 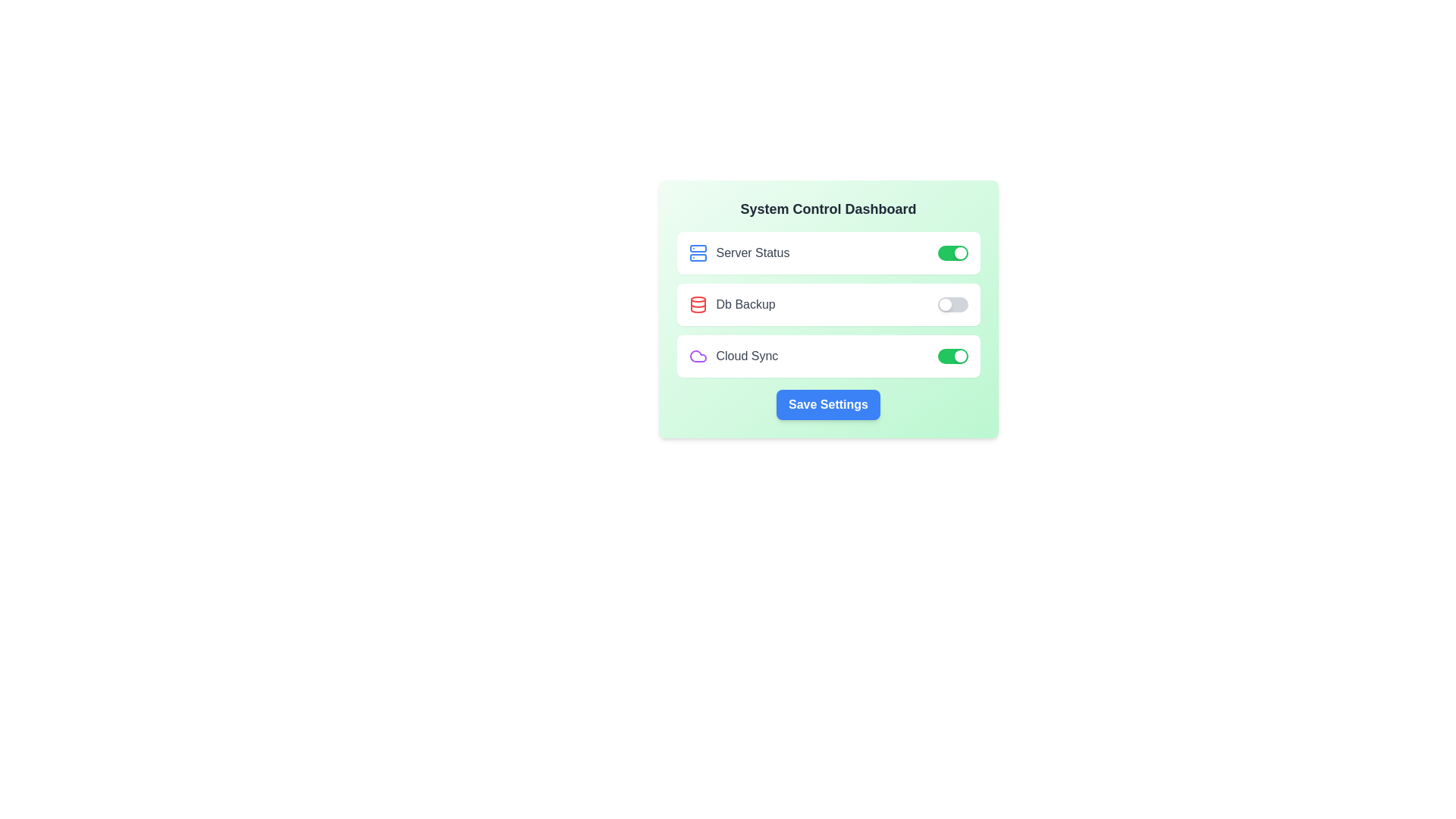 What do you see at coordinates (697, 356) in the screenshot?
I see `the icon corresponding to Cloud Sync` at bounding box center [697, 356].